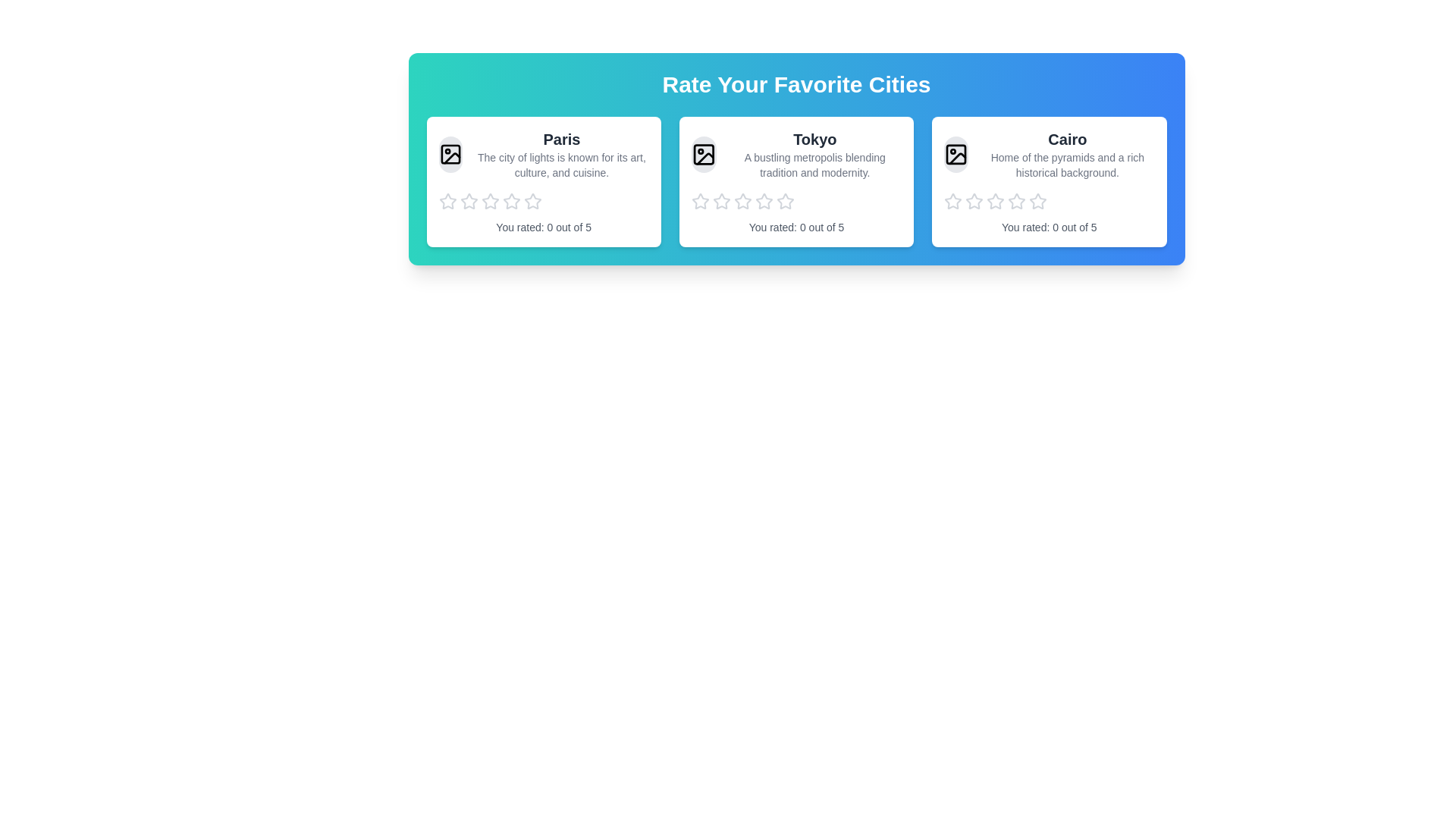  What do you see at coordinates (974, 200) in the screenshot?
I see `the mouse over the first star-shaped SVG icon in light gray, representing a rating component under the 'Cairo' card` at bounding box center [974, 200].